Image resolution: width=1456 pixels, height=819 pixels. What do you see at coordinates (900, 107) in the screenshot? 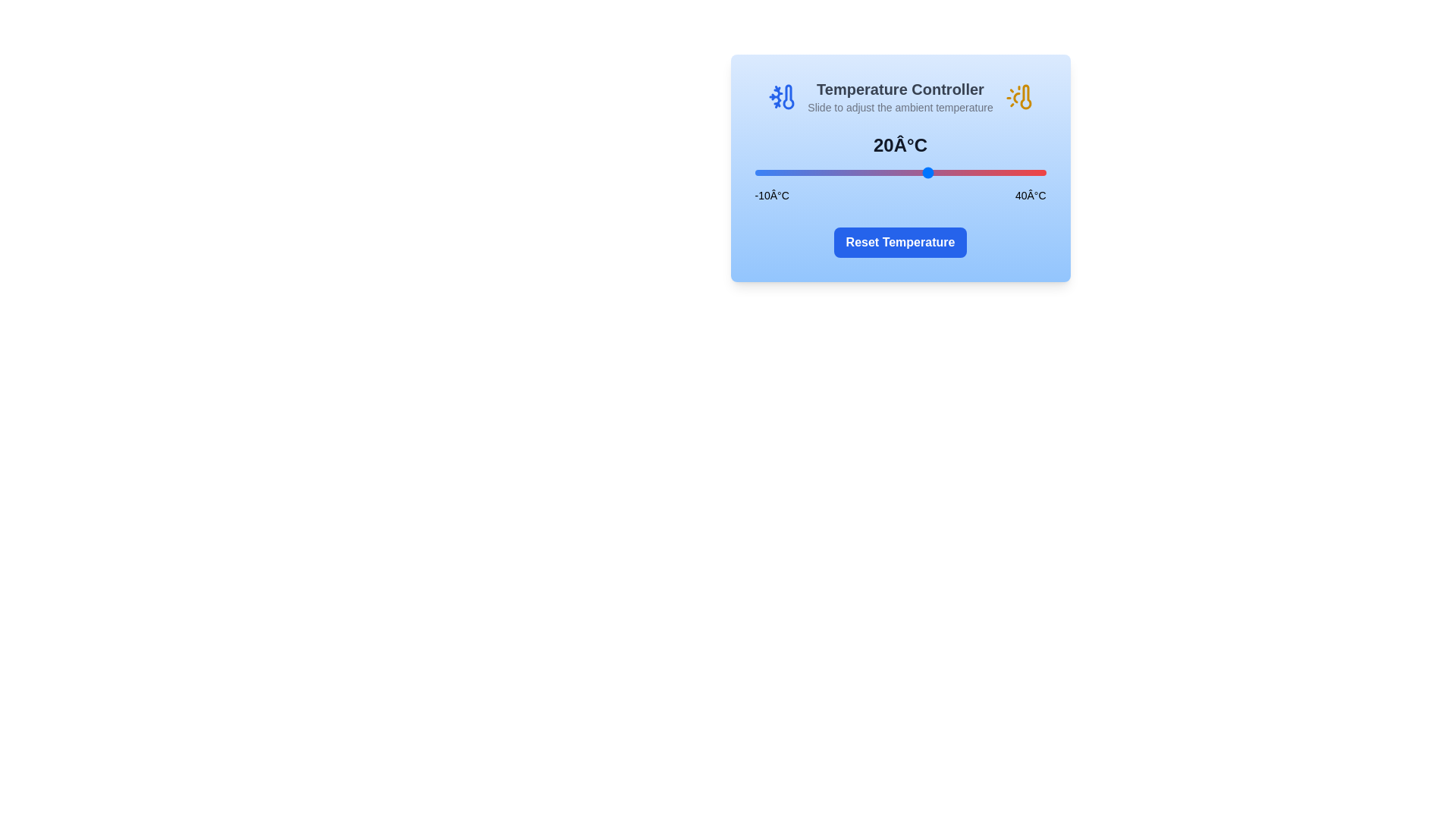
I see `text label that says 'Slide to adjust the ambient temperature', which is styled with a smaller font size and gray color, located below the 'Temperature Controller' header` at bounding box center [900, 107].